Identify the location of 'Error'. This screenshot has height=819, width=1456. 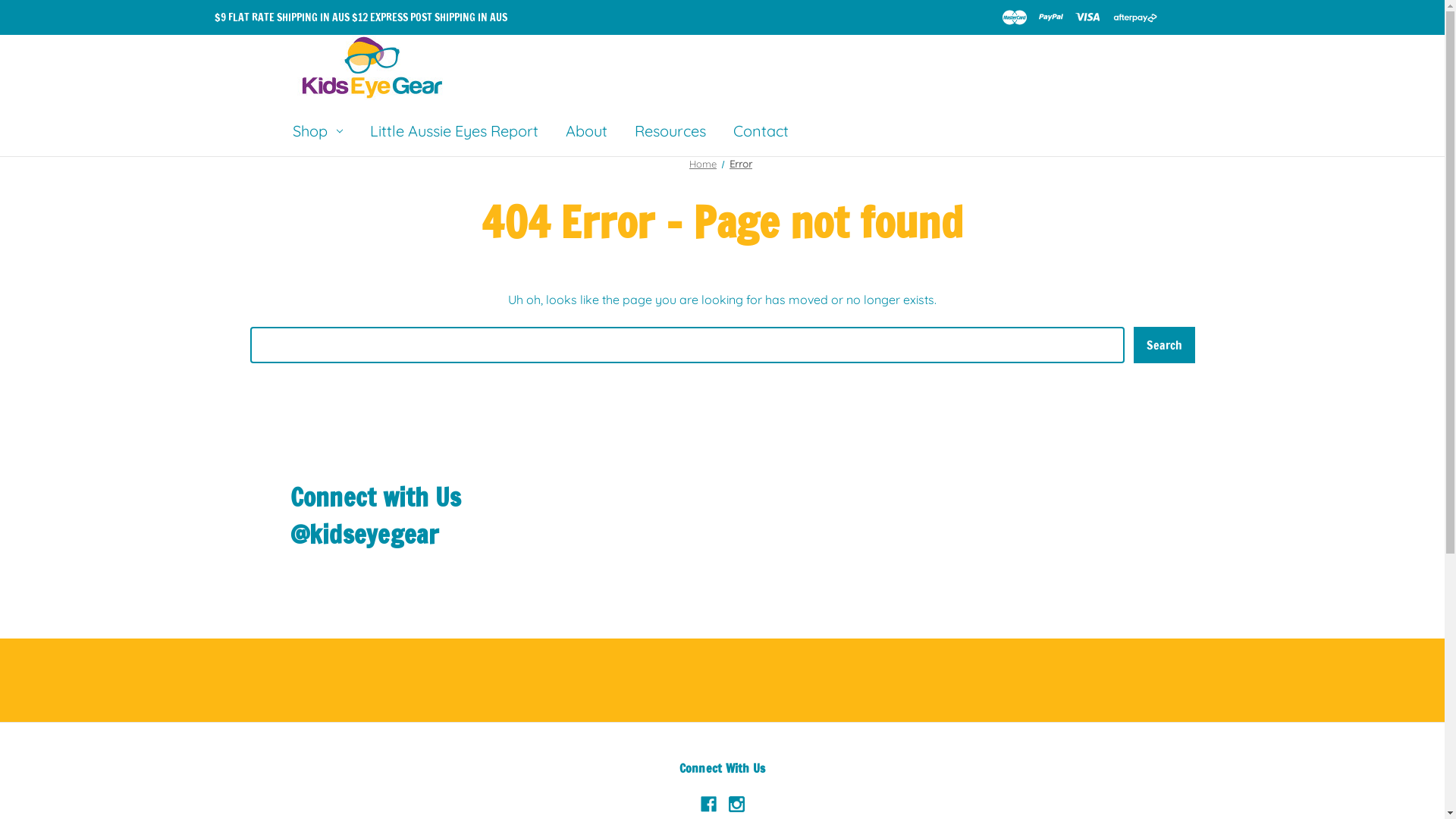
(741, 164).